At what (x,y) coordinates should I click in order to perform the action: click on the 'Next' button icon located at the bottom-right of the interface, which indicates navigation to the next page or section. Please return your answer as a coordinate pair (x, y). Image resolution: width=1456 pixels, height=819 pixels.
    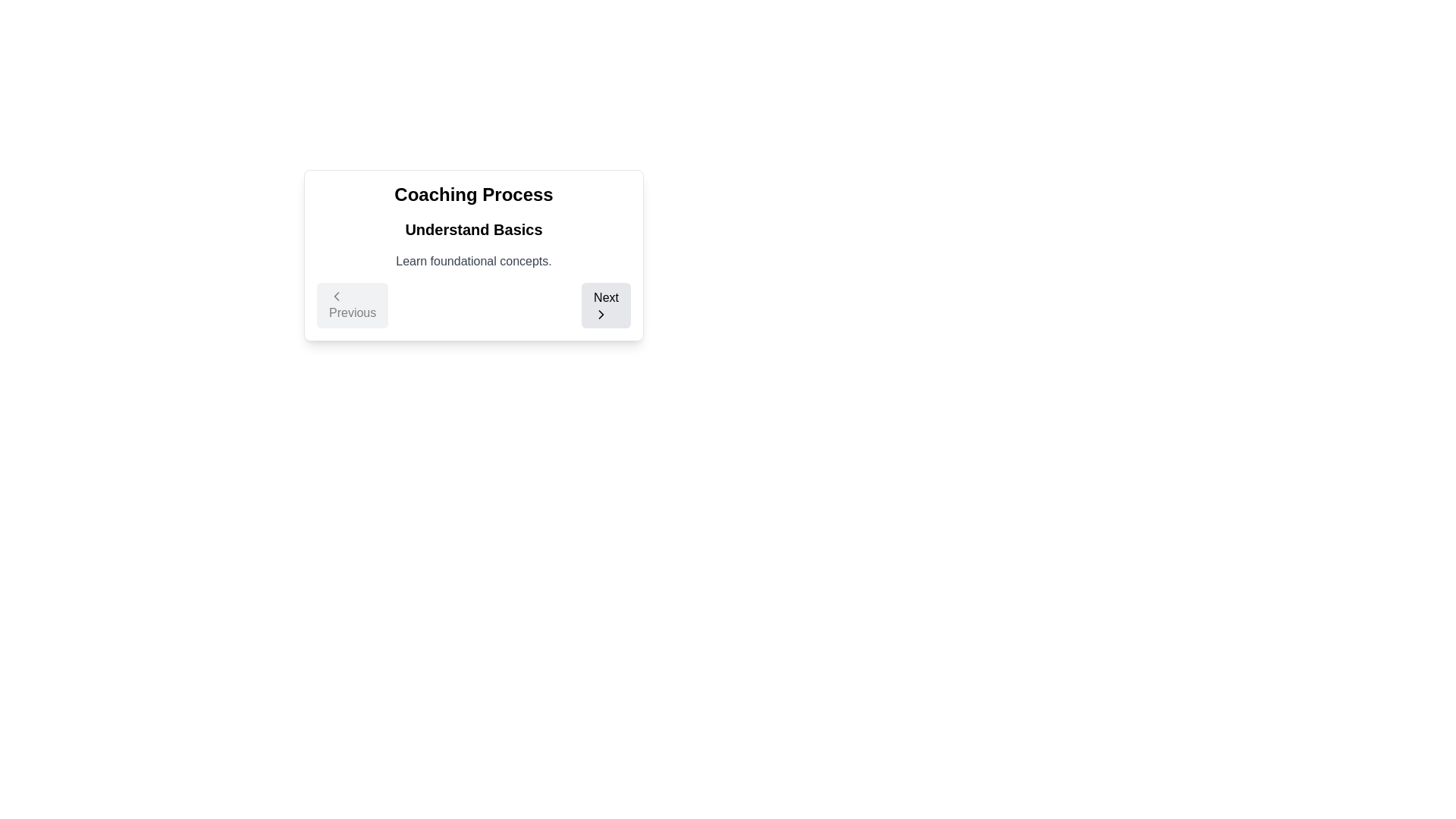
    Looking at the image, I should click on (601, 314).